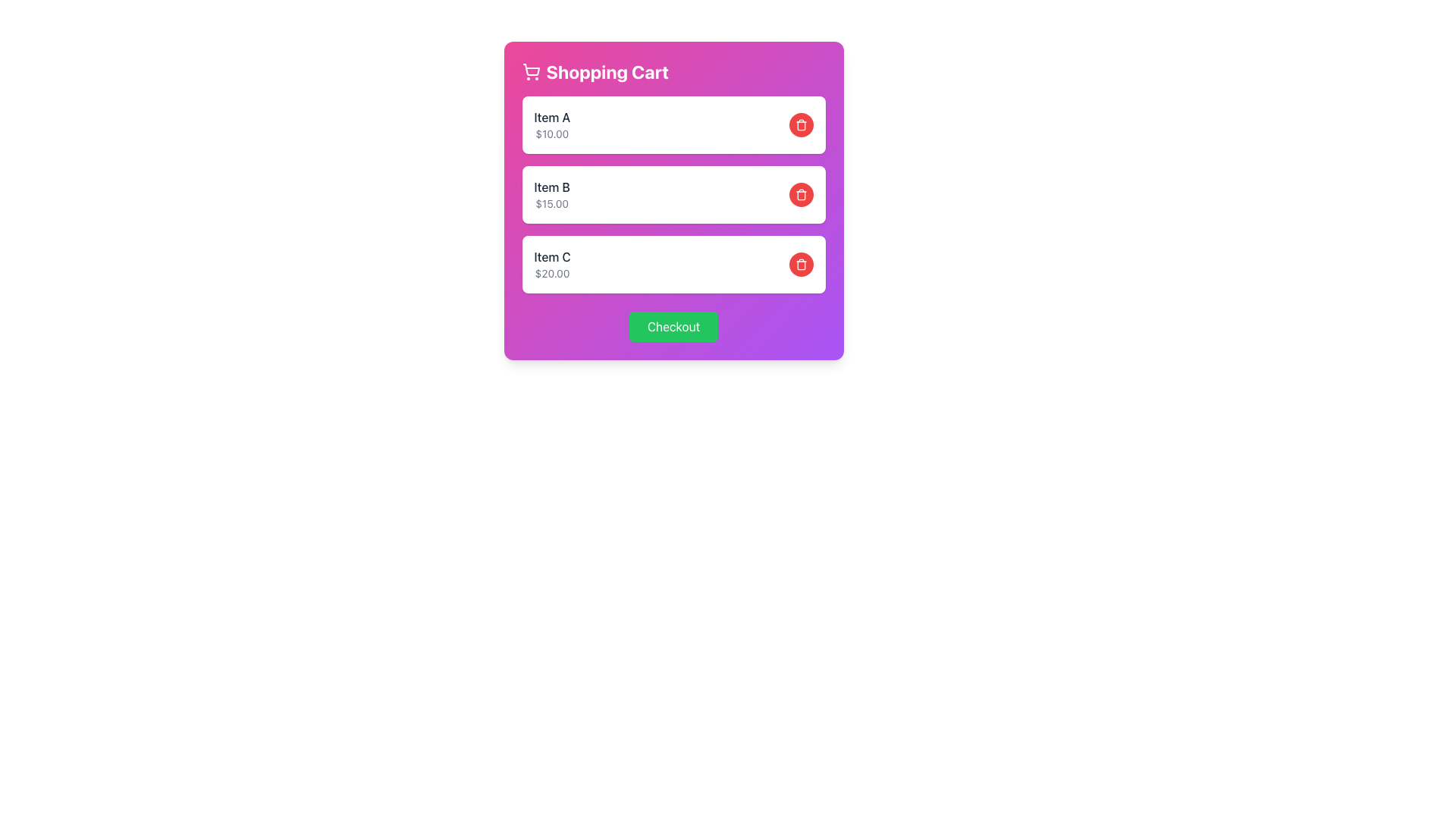 This screenshot has height=819, width=1456. I want to click on the static text label displaying the price "$20.00" located in the shopping cart interface, below the label "Item C" and to the left of the red circular trash icon button, so click(551, 274).